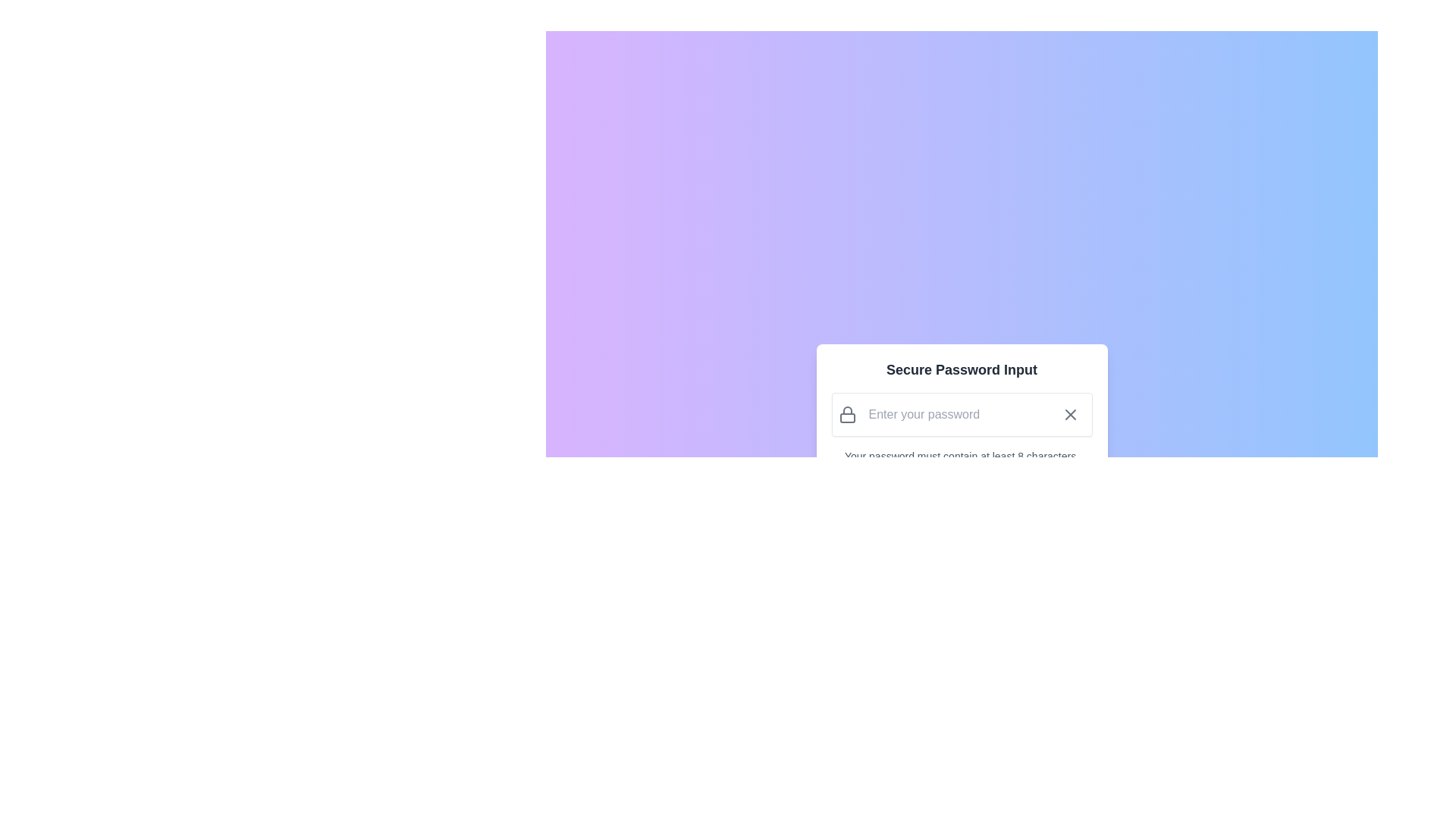 This screenshot has width=1456, height=819. I want to click on the instructional text label that provides guidelines for password requirements, located below the password input field and above the submit button, so click(961, 463).